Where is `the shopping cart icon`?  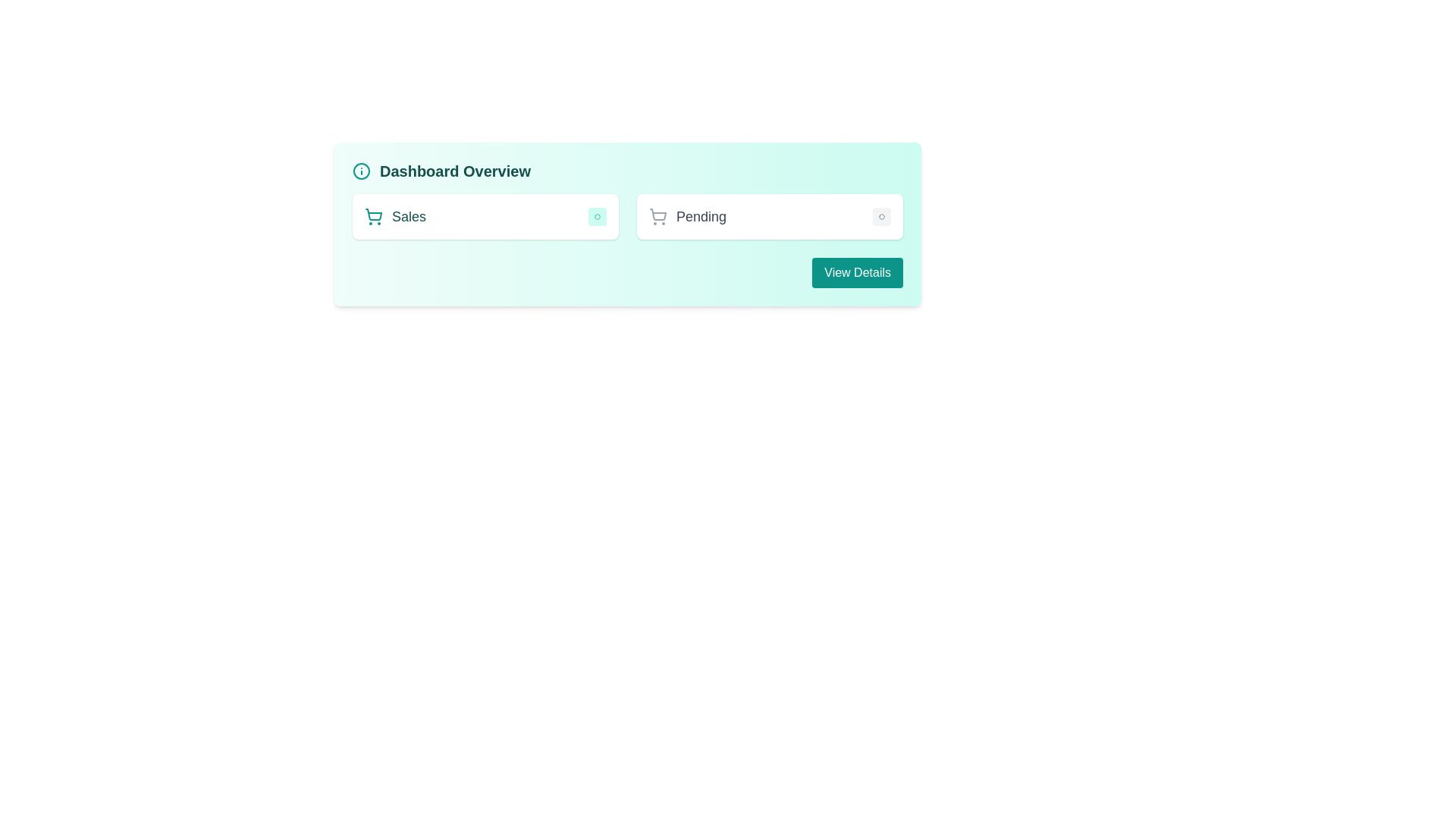 the shopping cart icon is located at coordinates (658, 216).